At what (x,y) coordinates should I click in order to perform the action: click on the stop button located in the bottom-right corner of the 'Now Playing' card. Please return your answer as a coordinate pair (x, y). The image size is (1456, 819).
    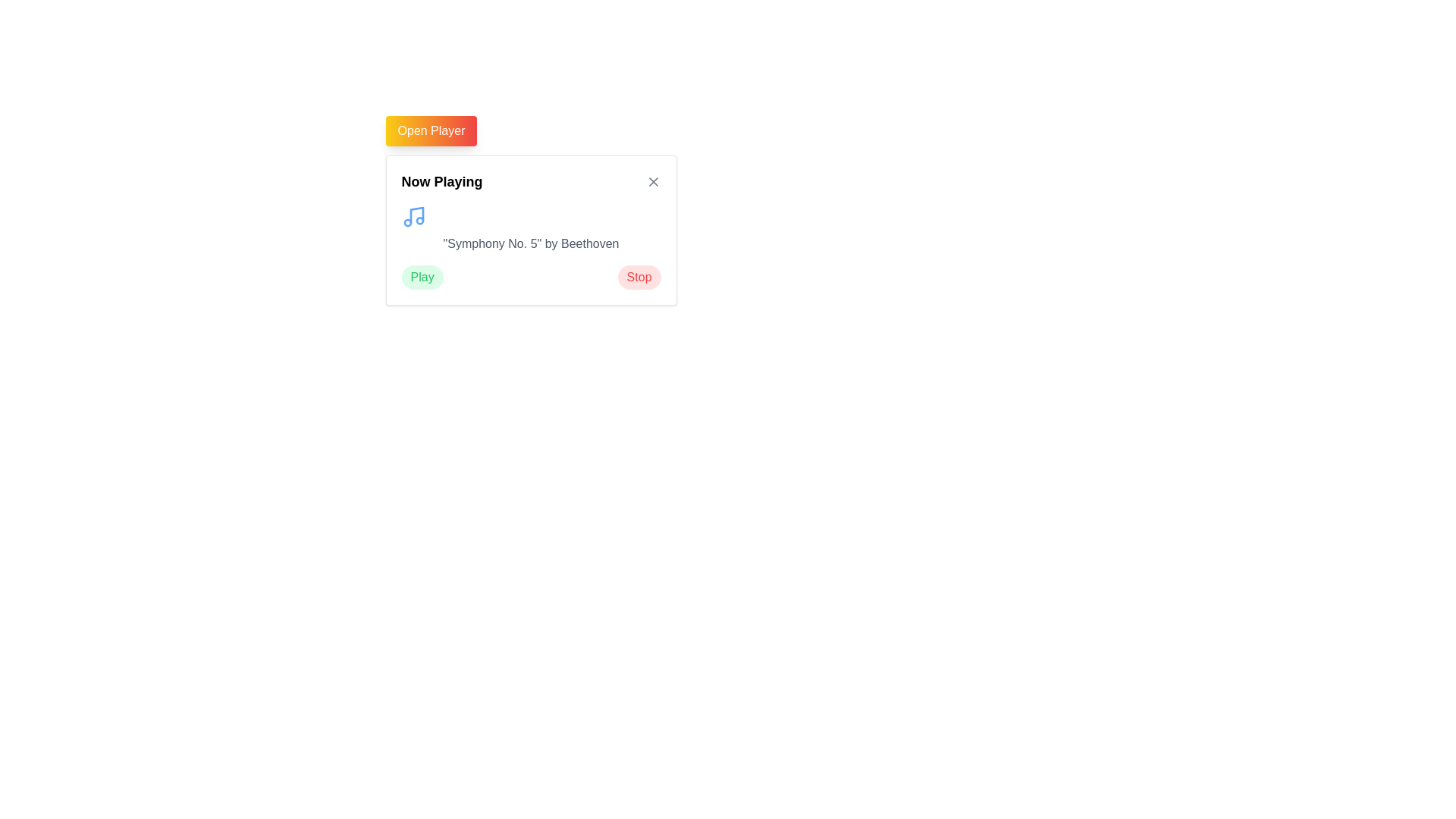
    Looking at the image, I should click on (639, 278).